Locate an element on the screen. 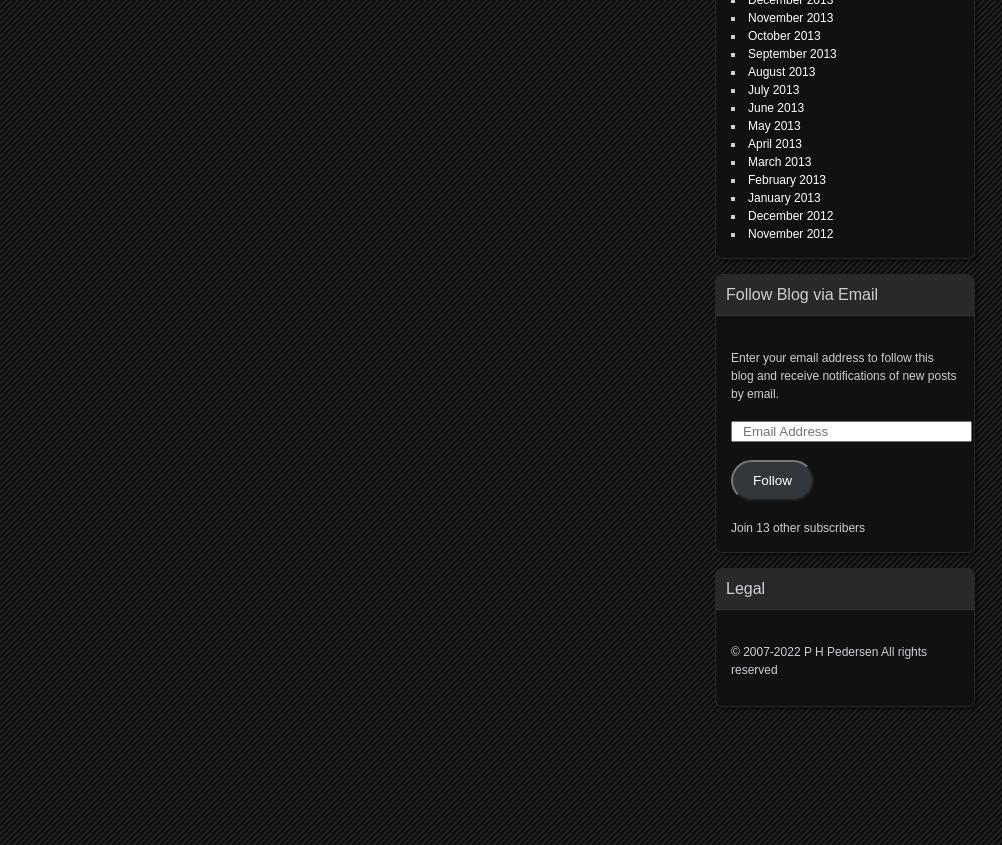 This screenshot has height=845, width=1002. 'May 2013' is located at coordinates (773, 125).